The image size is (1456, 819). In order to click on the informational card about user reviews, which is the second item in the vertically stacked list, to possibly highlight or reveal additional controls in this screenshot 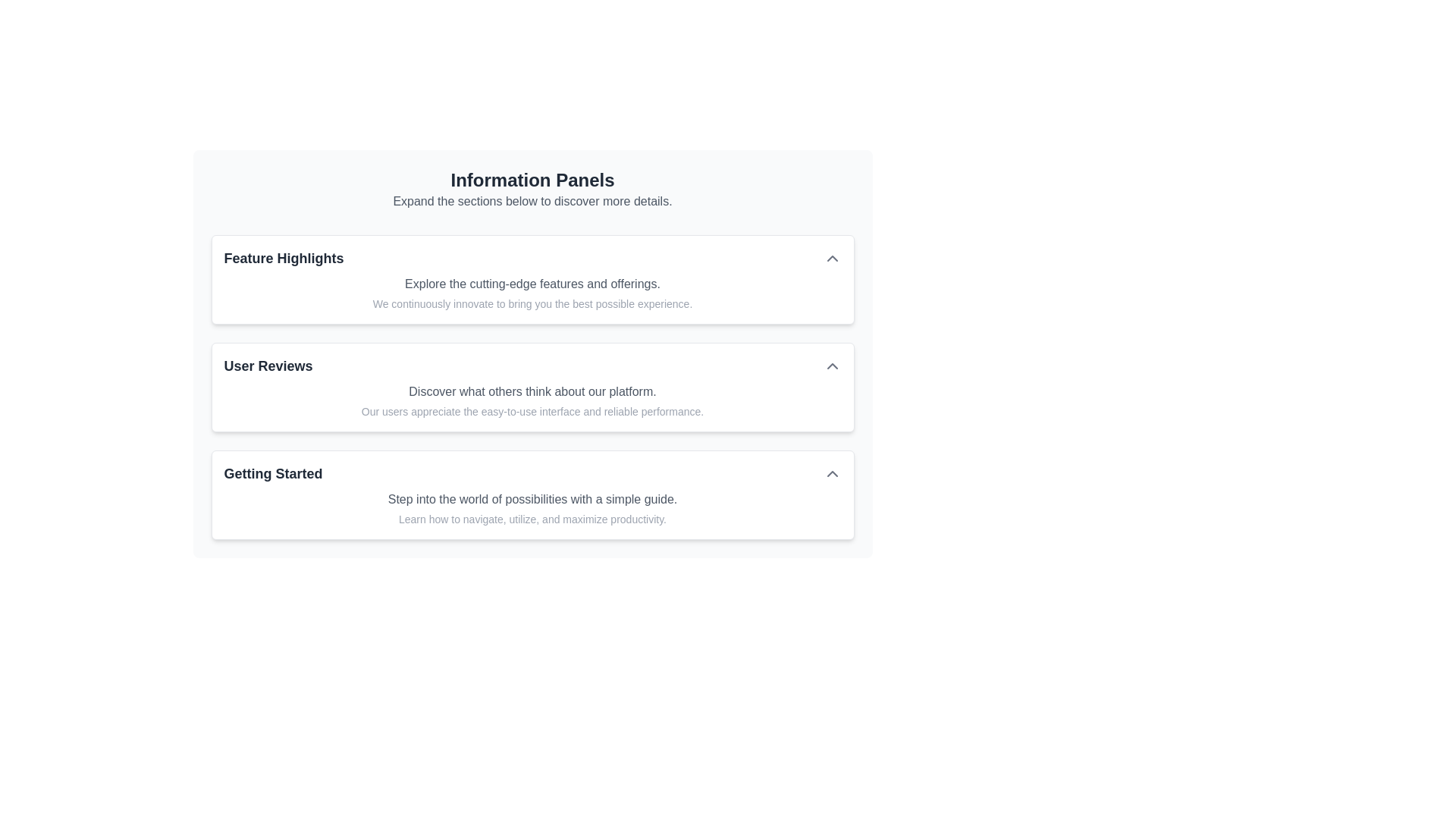, I will do `click(532, 353)`.